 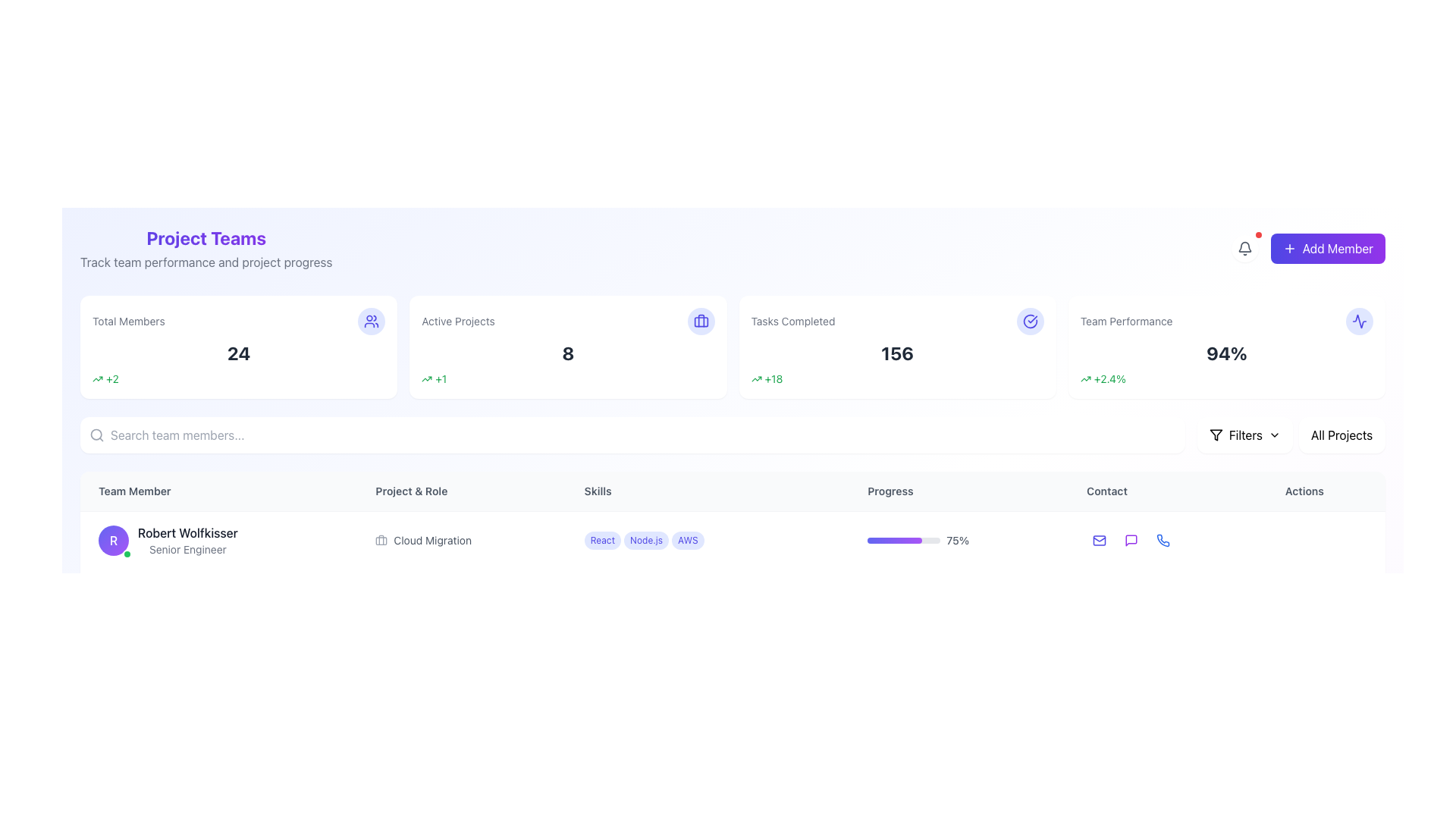 What do you see at coordinates (1226, 353) in the screenshot?
I see `text displayed in the 'Team Performance' card, which shows the performance metric percentage` at bounding box center [1226, 353].